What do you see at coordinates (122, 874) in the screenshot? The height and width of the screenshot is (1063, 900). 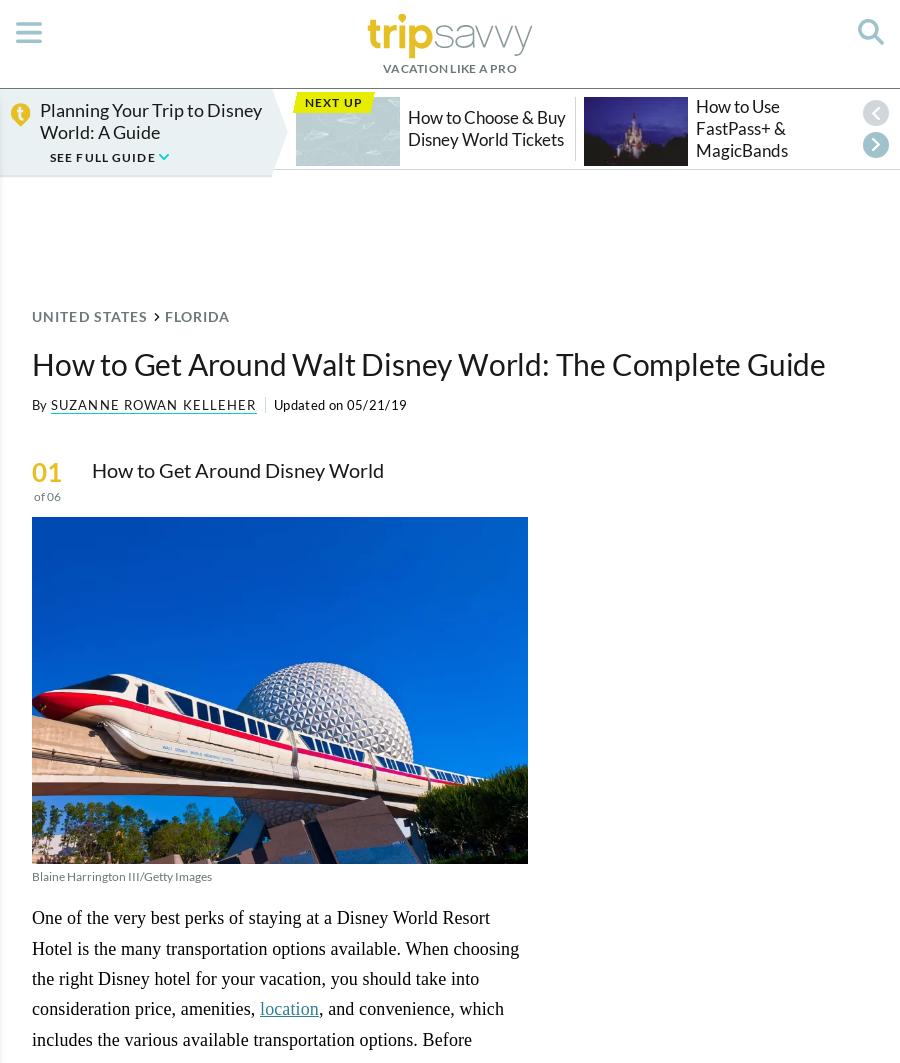 I see `'Blaine Harrington III/Getty Images'` at bounding box center [122, 874].